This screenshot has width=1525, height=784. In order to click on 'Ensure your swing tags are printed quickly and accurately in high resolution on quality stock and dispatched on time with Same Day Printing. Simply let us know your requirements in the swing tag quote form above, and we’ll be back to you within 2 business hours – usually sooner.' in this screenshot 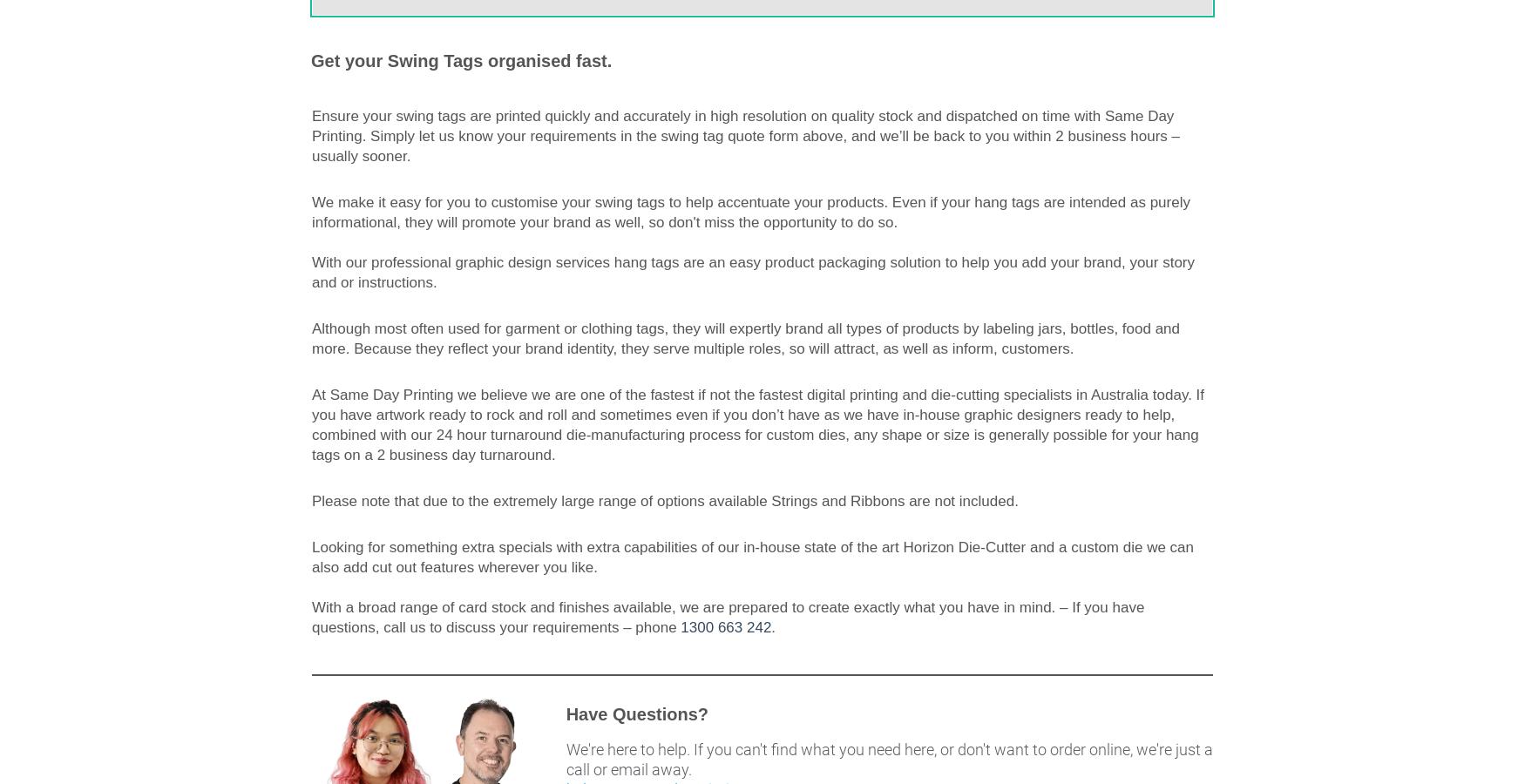, I will do `click(745, 136)`.